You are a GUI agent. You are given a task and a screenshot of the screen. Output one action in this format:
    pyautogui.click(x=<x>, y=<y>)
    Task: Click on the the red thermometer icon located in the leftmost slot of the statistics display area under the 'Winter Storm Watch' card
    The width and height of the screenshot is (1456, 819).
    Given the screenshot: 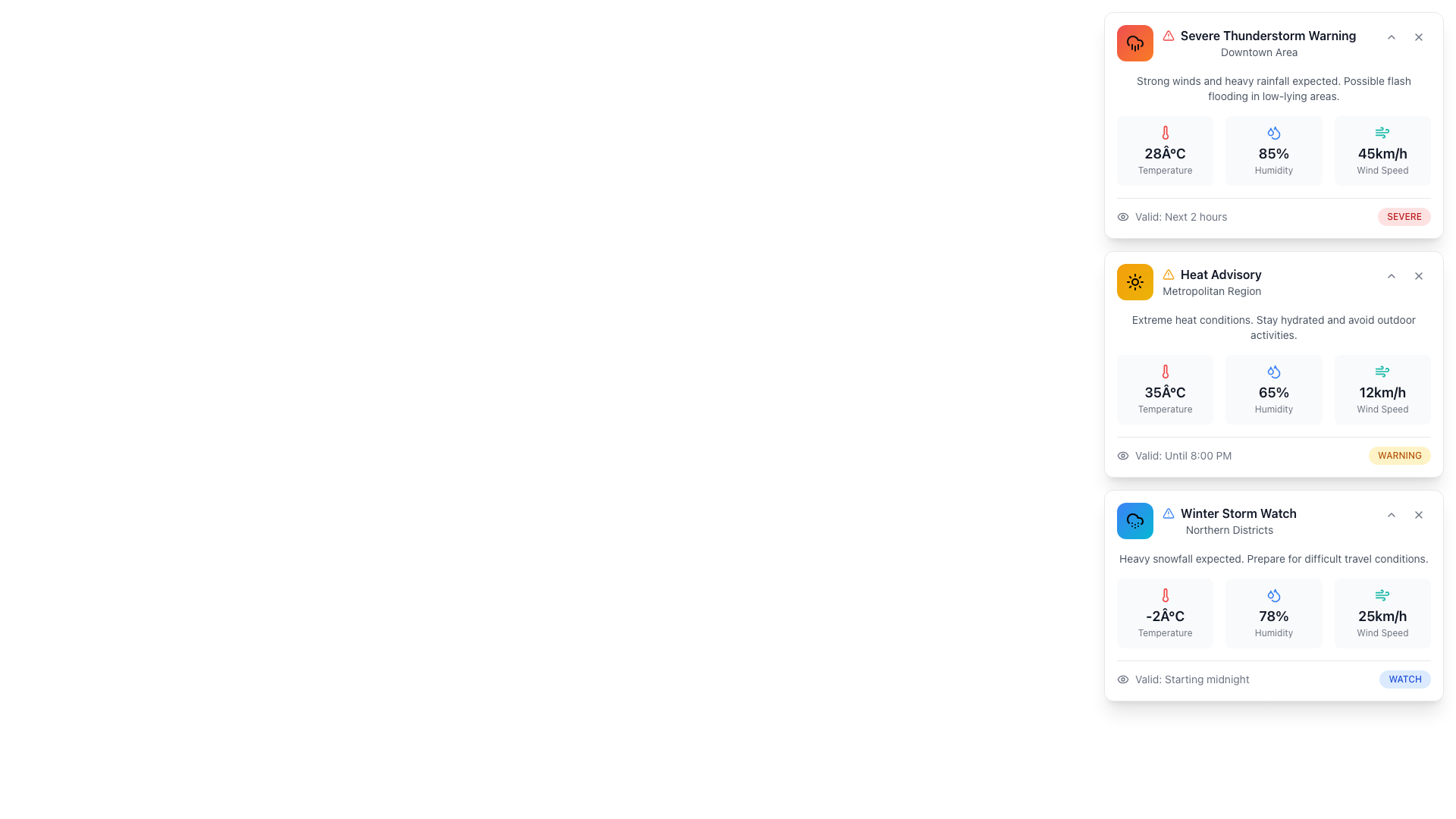 What is the action you would take?
    pyautogui.click(x=1164, y=595)
    